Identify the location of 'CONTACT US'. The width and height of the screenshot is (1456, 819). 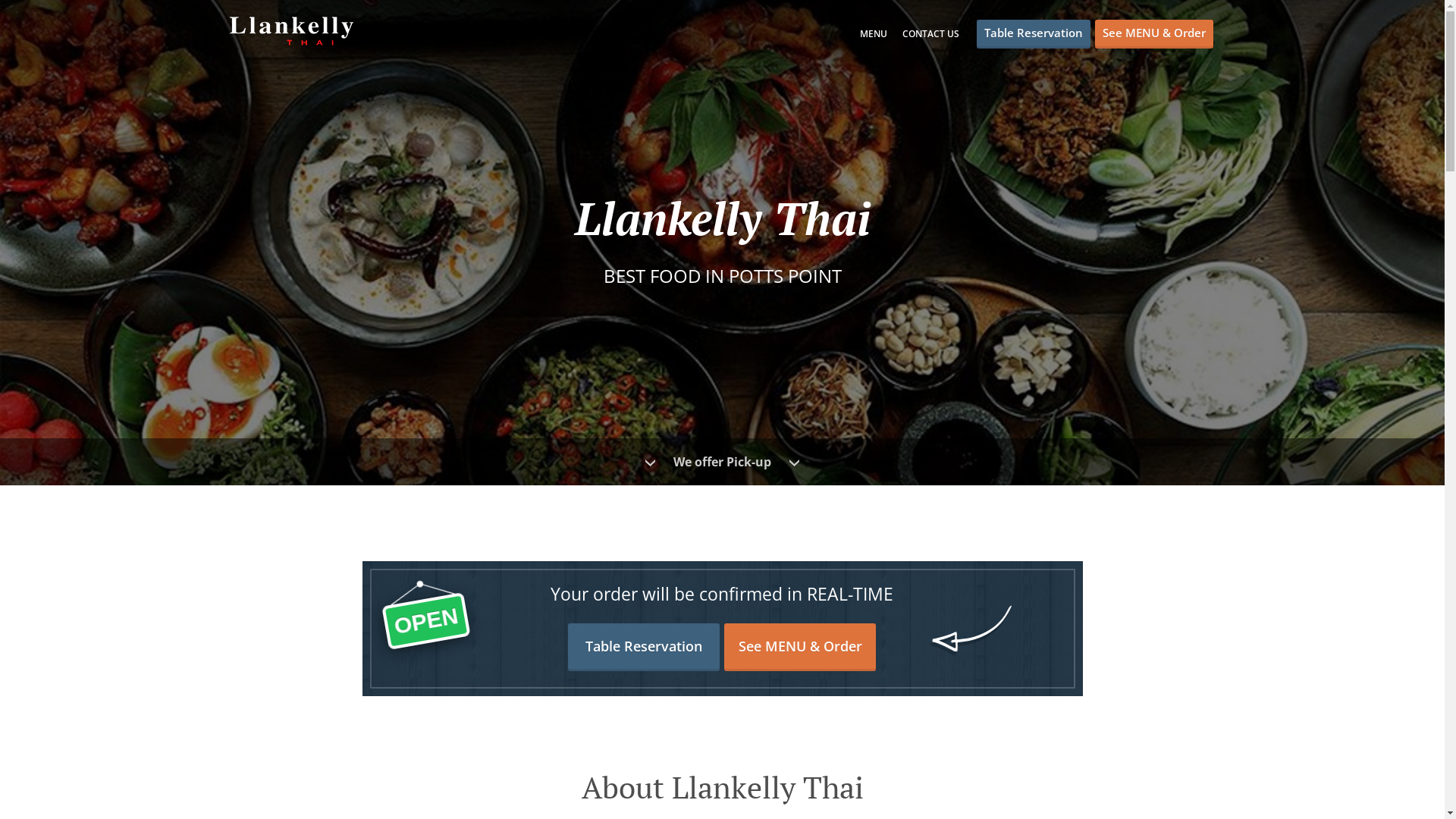
(930, 33).